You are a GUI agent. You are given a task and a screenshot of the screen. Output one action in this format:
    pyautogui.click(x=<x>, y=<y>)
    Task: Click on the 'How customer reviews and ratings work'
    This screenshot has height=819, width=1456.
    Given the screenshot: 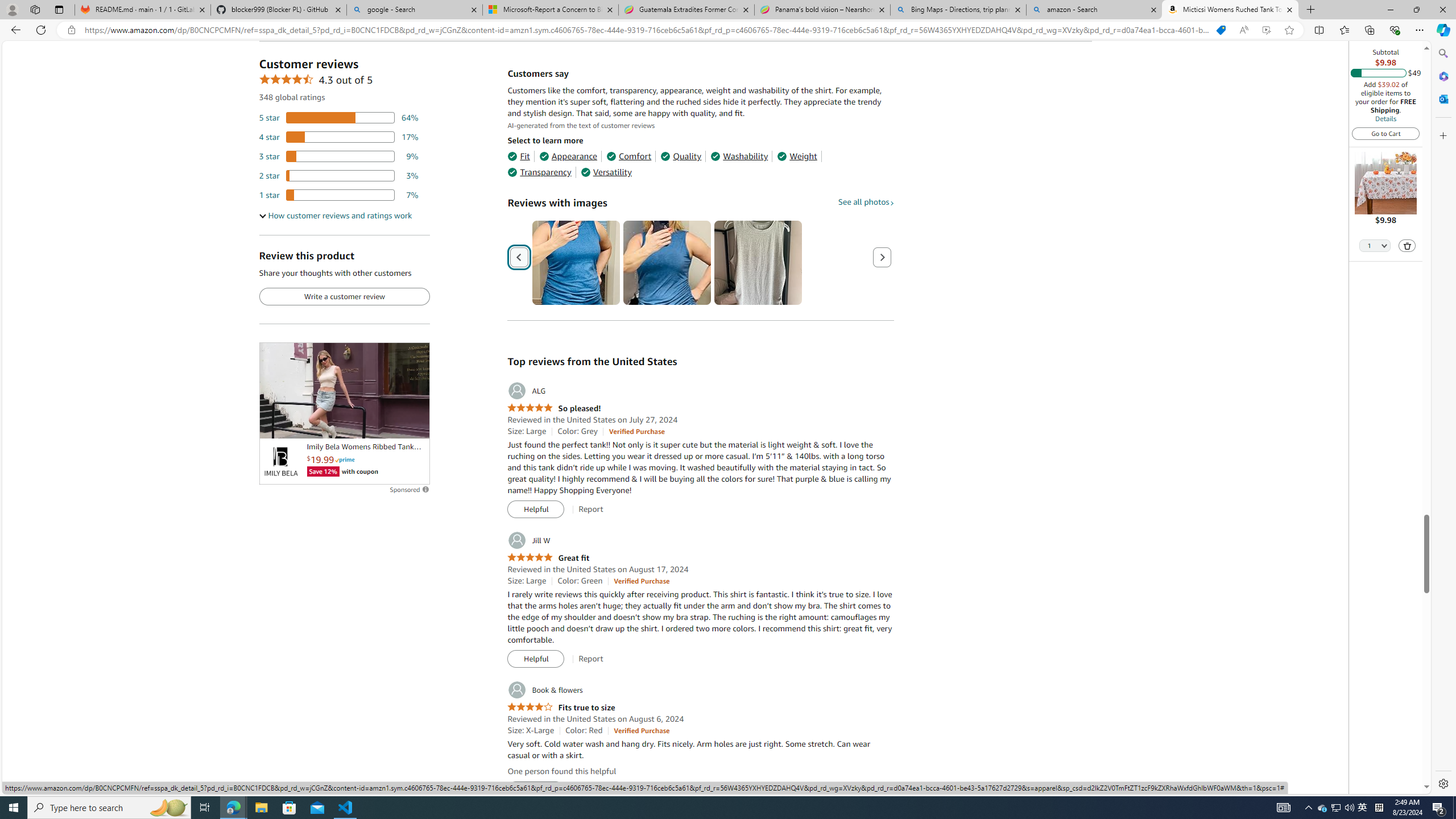 What is the action you would take?
    pyautogui.click(x=336, y=216)
    